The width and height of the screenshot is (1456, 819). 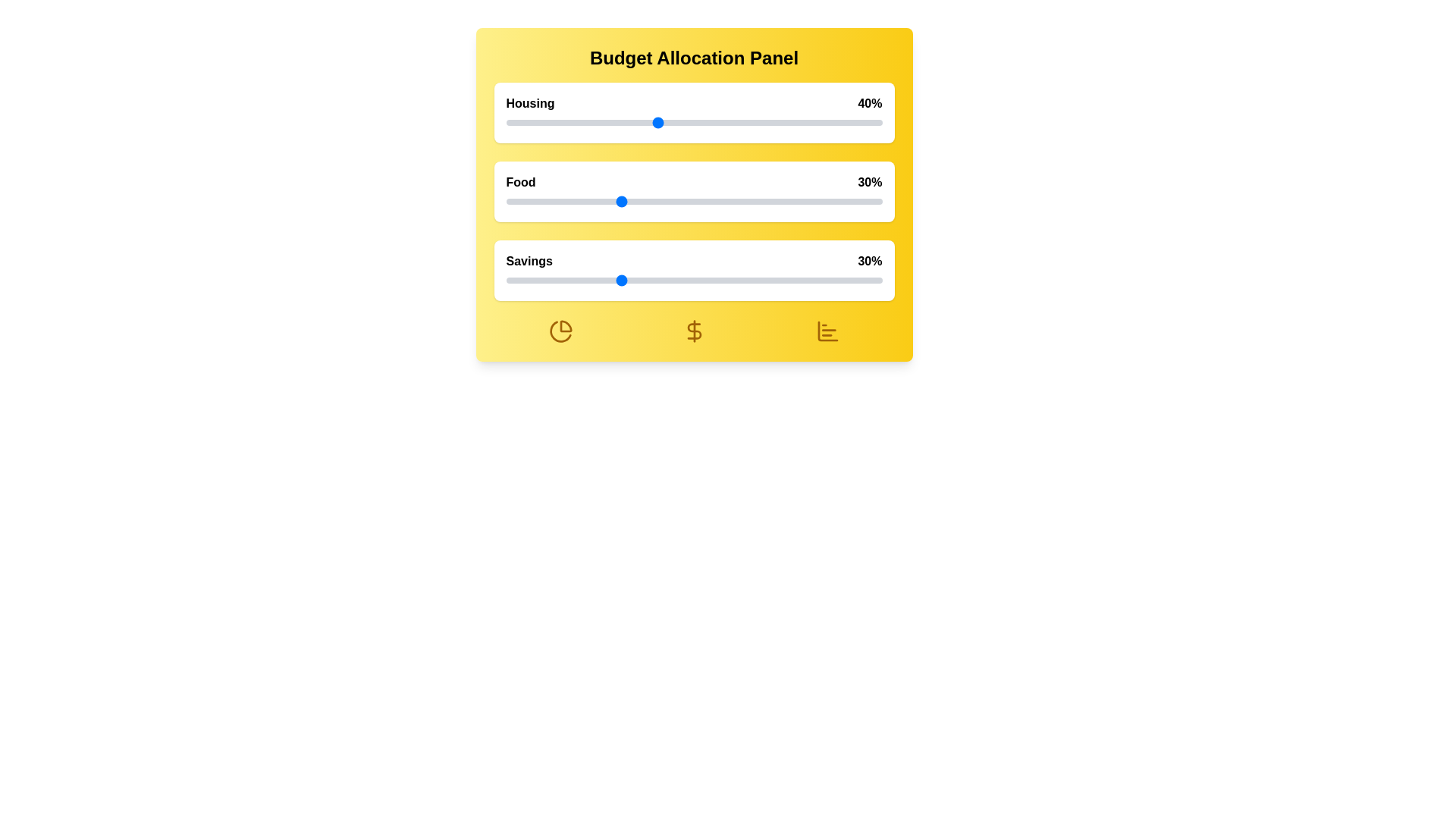 What do you see at coordinates (859, 201) in the screenshot?
I see `the allocation percentage for 'Food'` at bounding box center [859, 201].